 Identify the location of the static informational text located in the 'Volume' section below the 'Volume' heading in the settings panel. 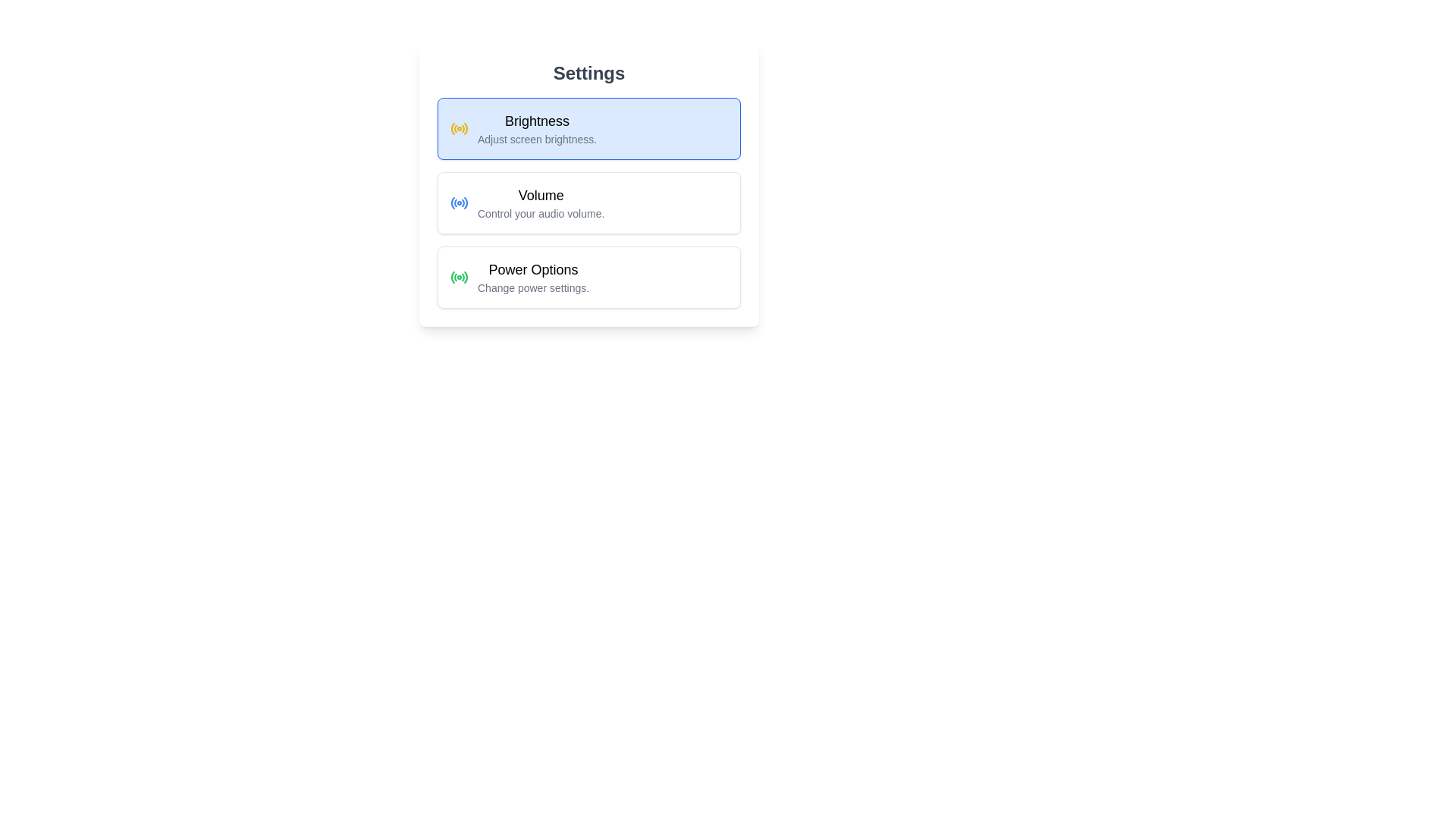
(541, 213).